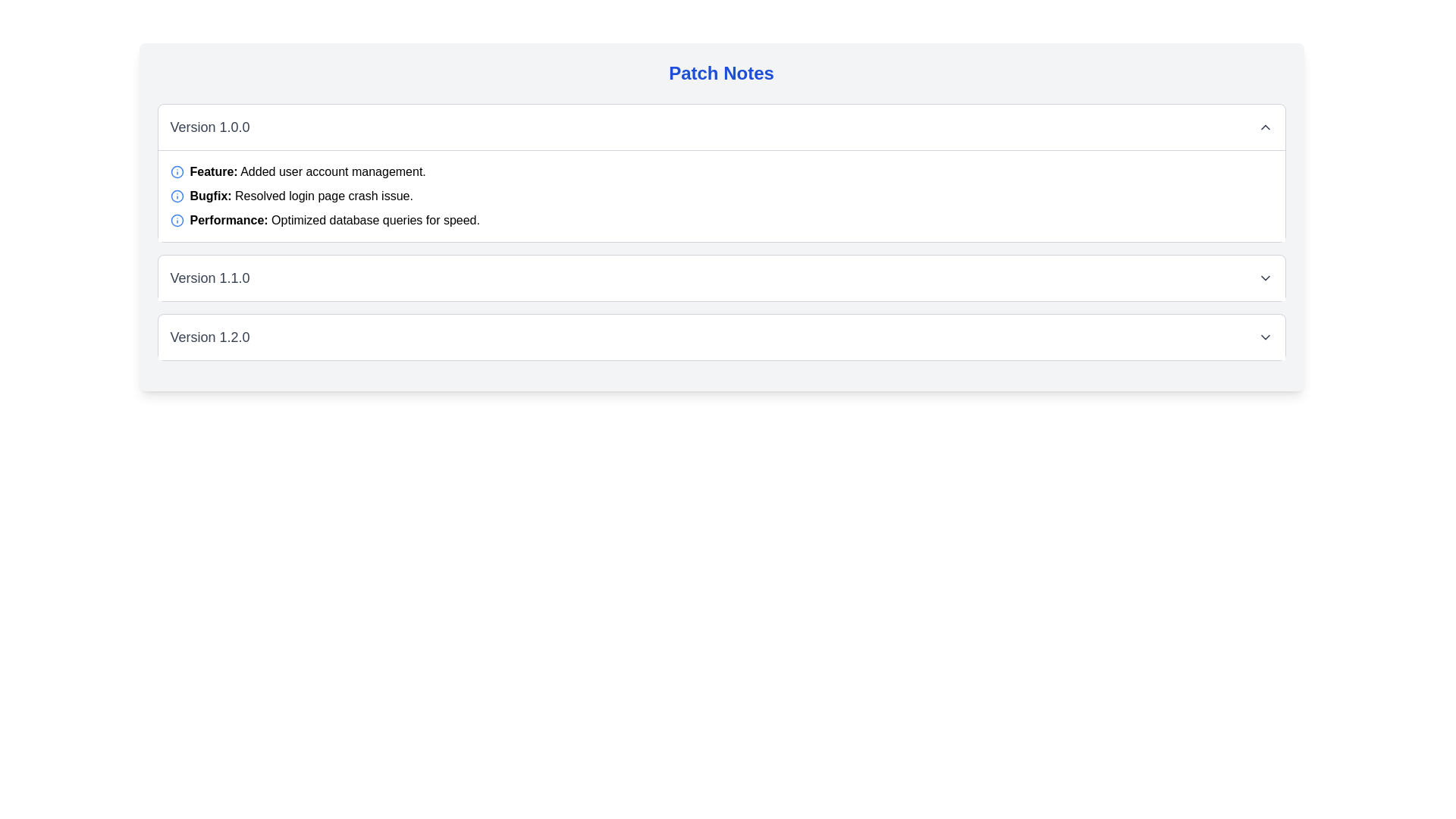  Describe the element at coordinates (210, 195) in the screenshot. I see `the category label indicating the type of update described in the subsequent text, located under the 'Version 1.0.0' section as the second line item below 'Feature:'` at that location.